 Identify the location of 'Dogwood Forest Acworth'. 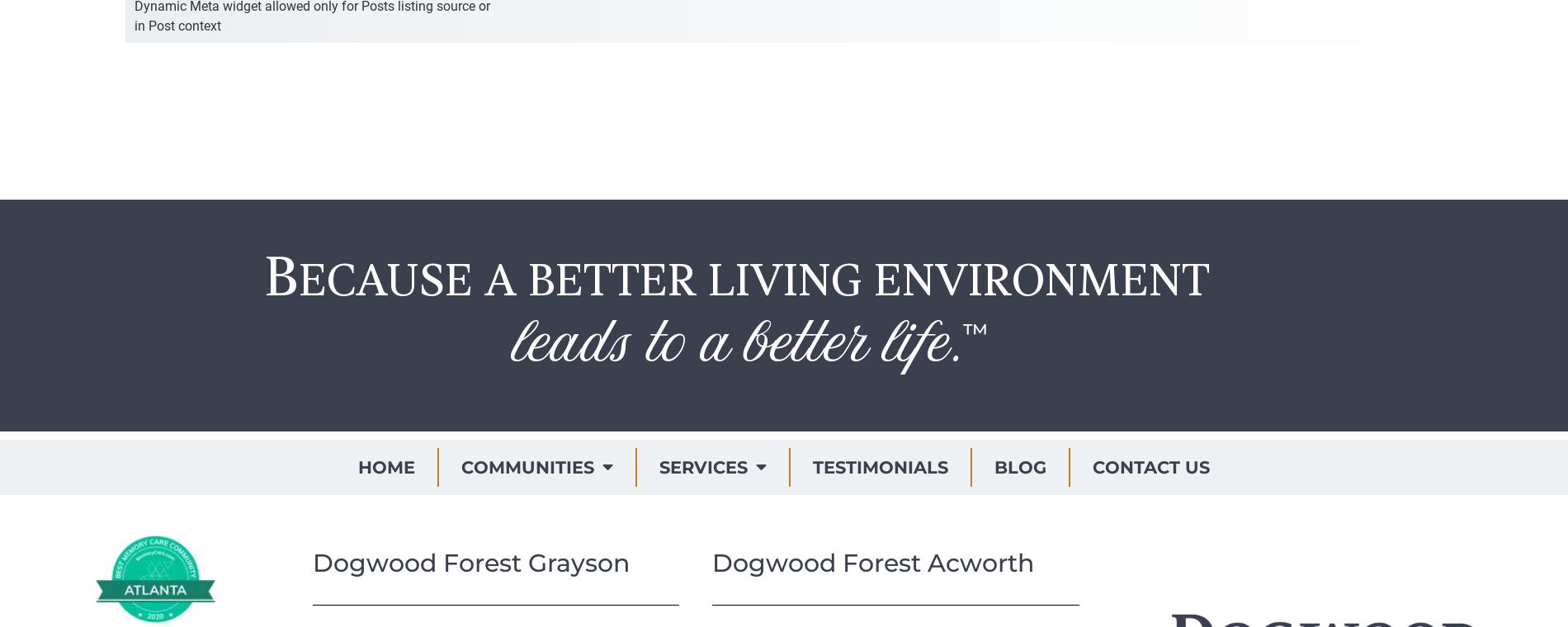
(711, 562).